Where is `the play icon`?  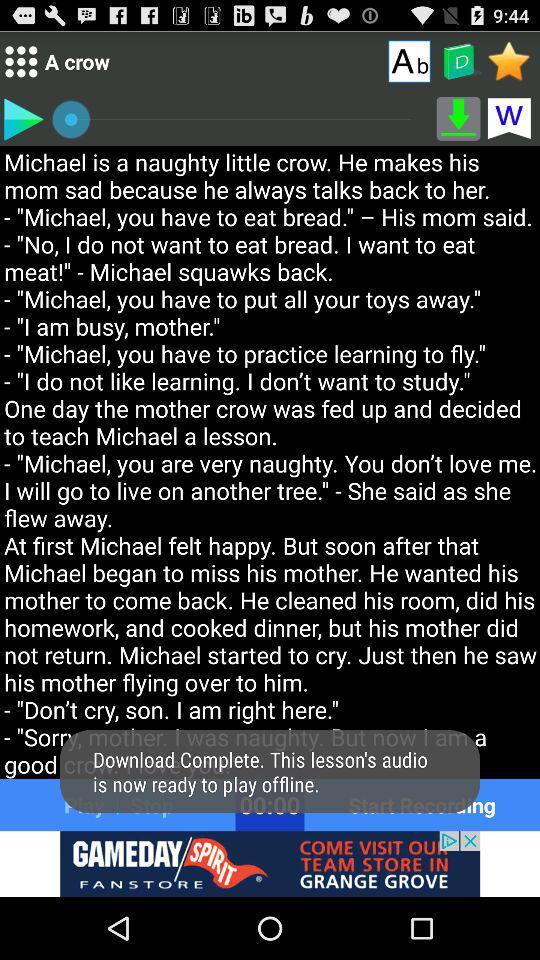 the play icon is located at coordinates (22, 126).